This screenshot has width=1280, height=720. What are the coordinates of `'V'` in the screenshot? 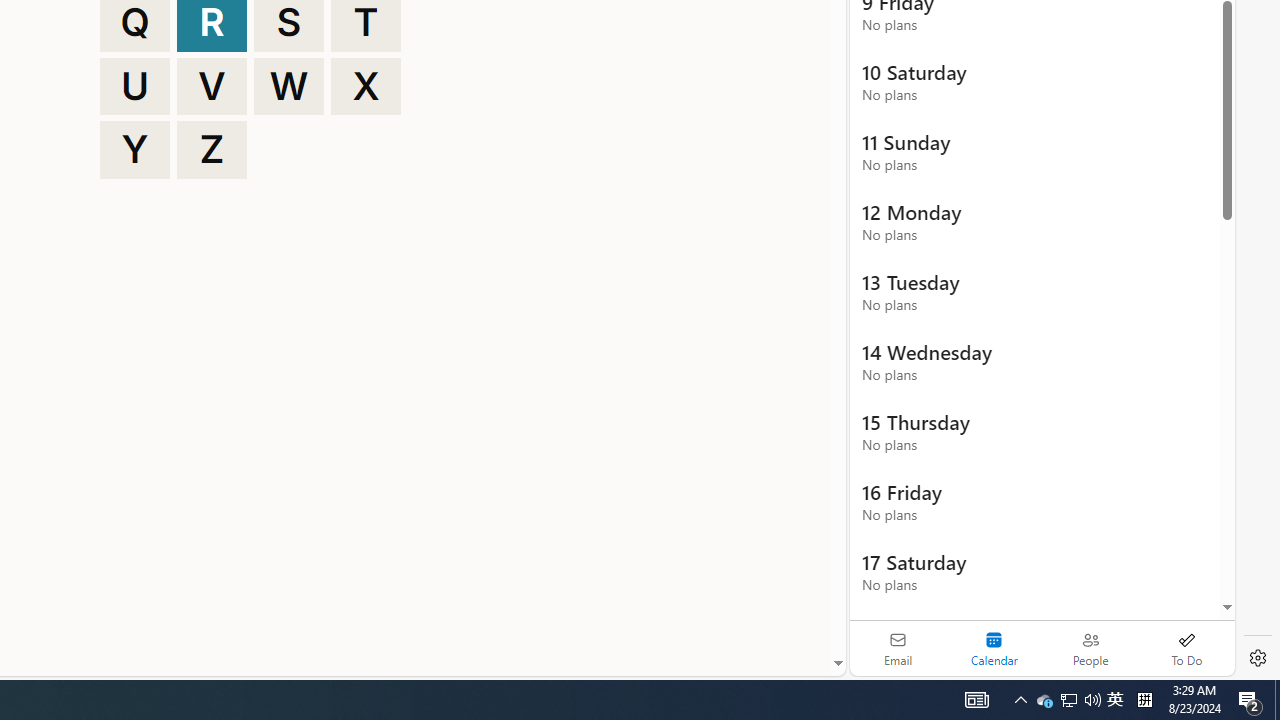 It's located at (212, 85).